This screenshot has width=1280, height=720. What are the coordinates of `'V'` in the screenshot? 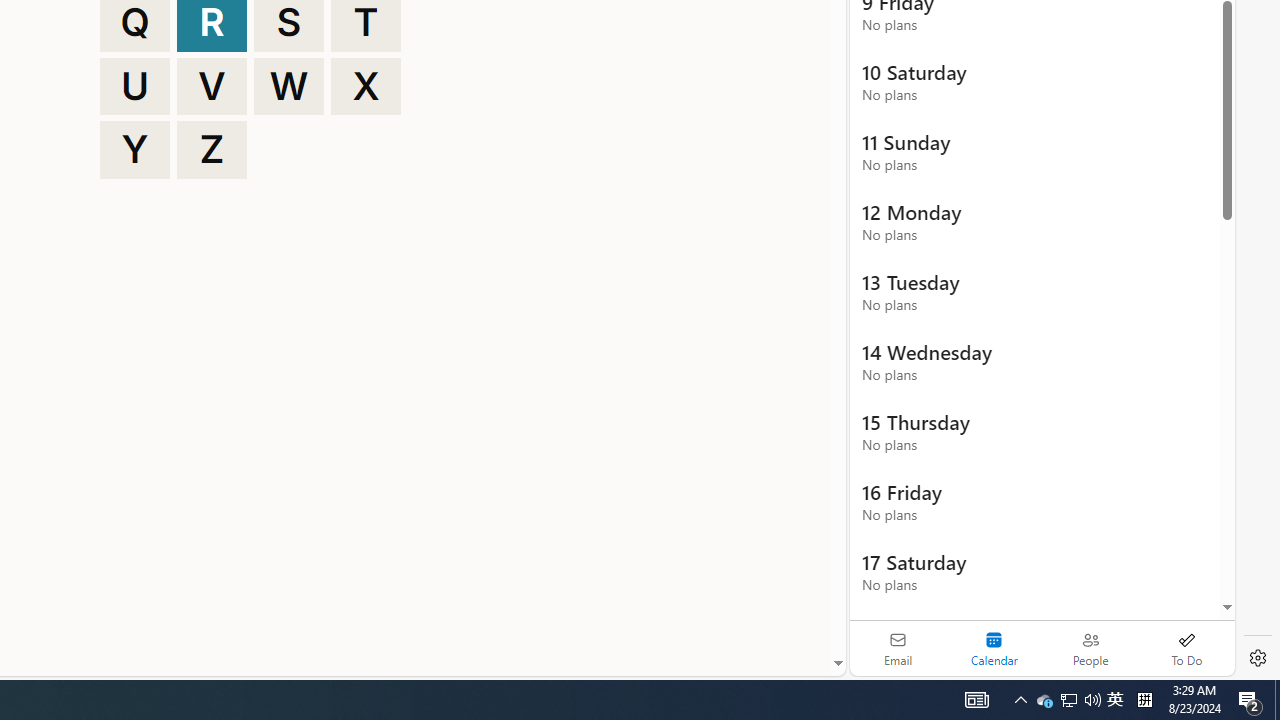 It's located at (212, 85).